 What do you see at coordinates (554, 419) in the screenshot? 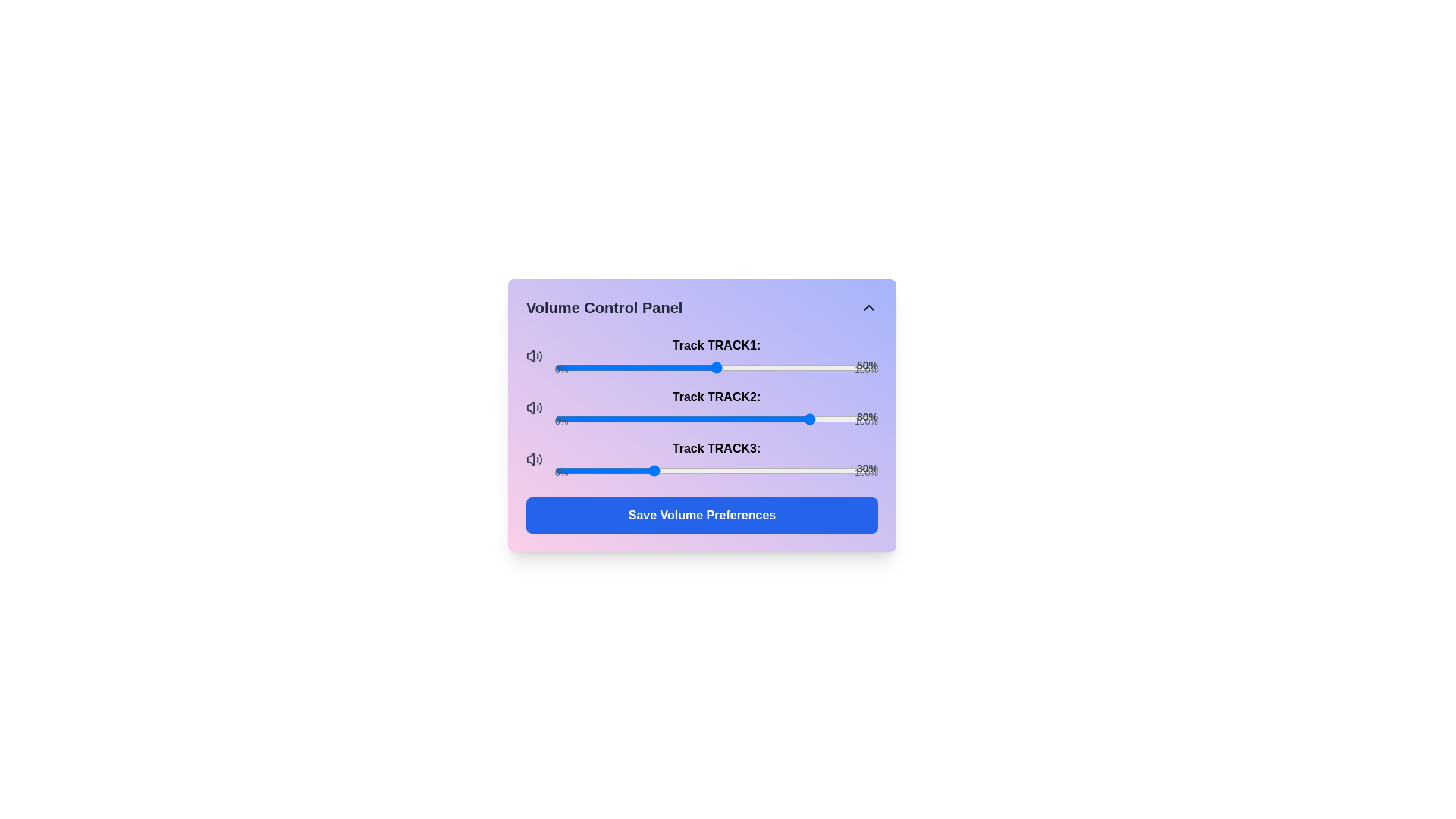
I see `the volume for Track TRACK2` at bounding box center [554, 419].